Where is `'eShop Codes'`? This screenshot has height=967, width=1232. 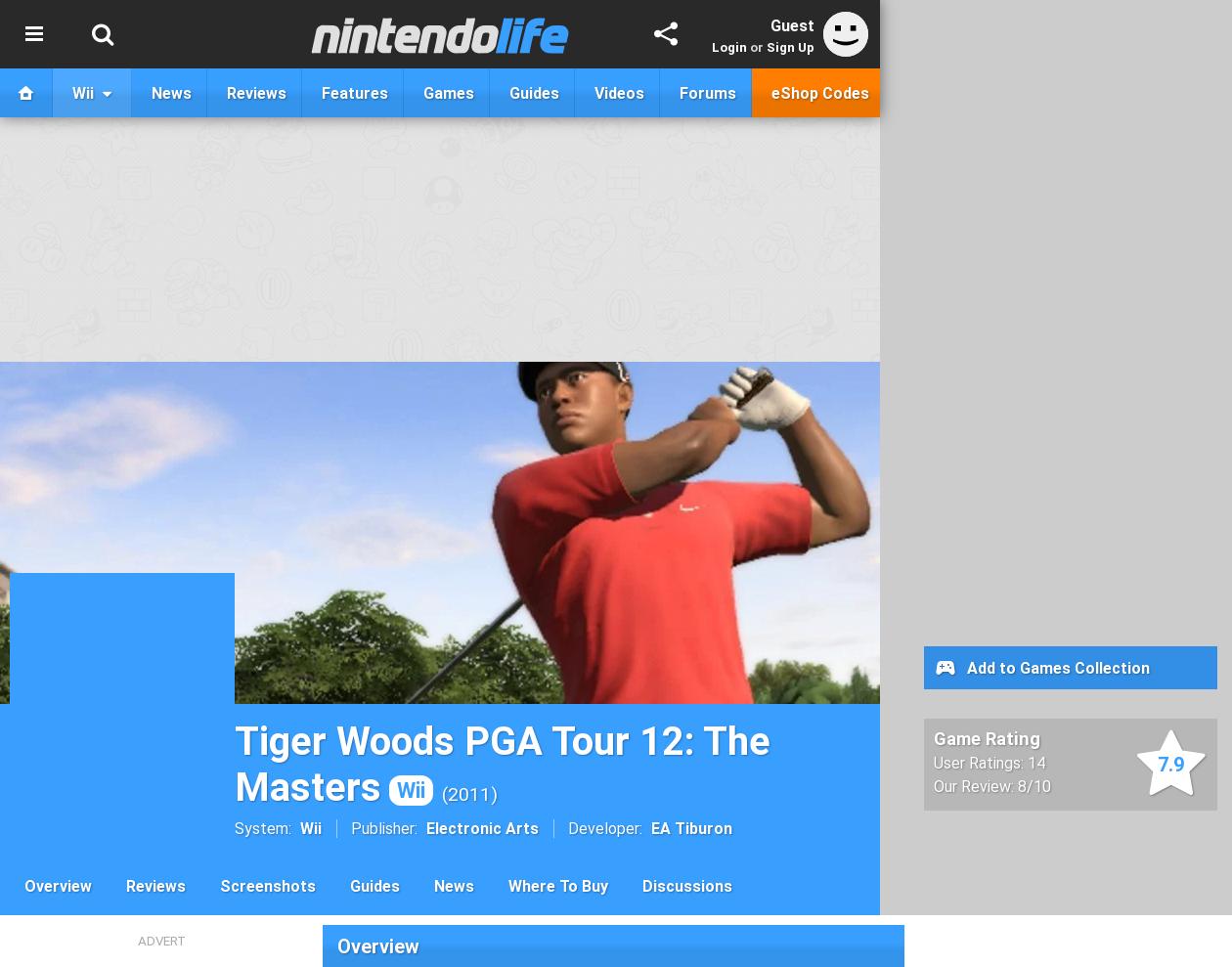 'eShop Codes' is located at coordinates (820, 92).